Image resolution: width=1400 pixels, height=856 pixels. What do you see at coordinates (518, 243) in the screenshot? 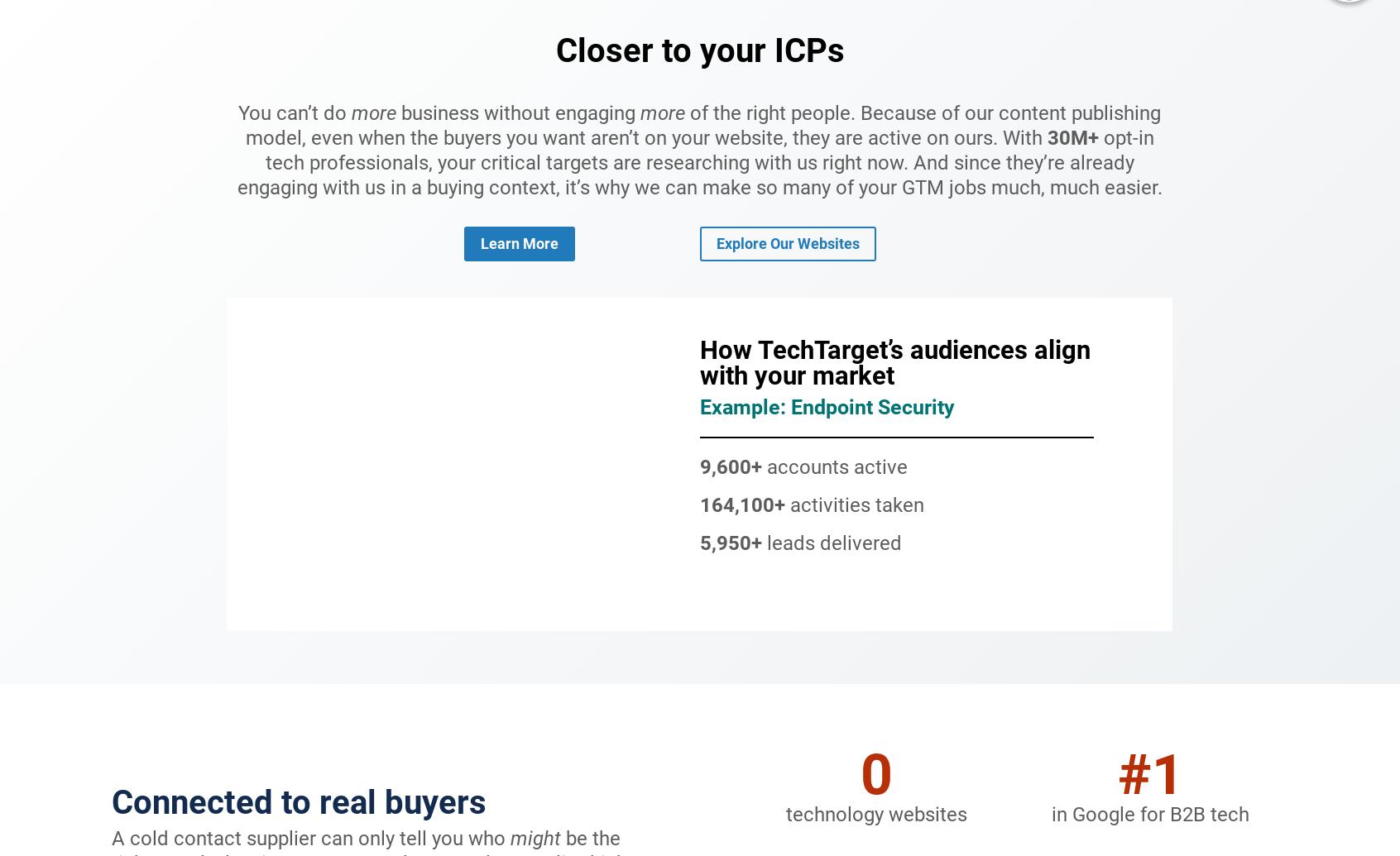
I see `'learn more'` at bounding box center [518, 243].